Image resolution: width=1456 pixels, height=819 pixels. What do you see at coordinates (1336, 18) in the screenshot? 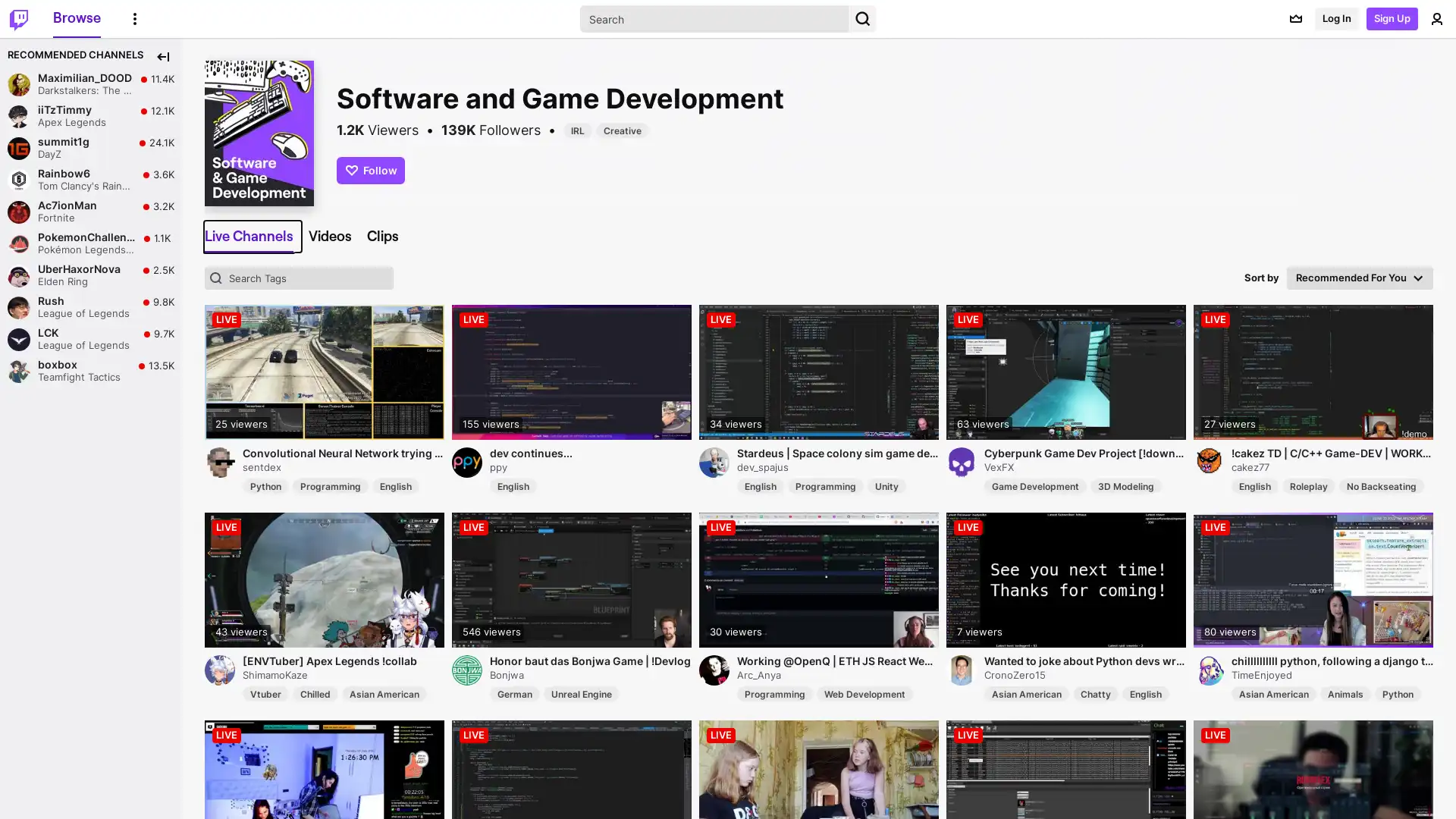
I see `Log In` at bounding box center [1336, 18].